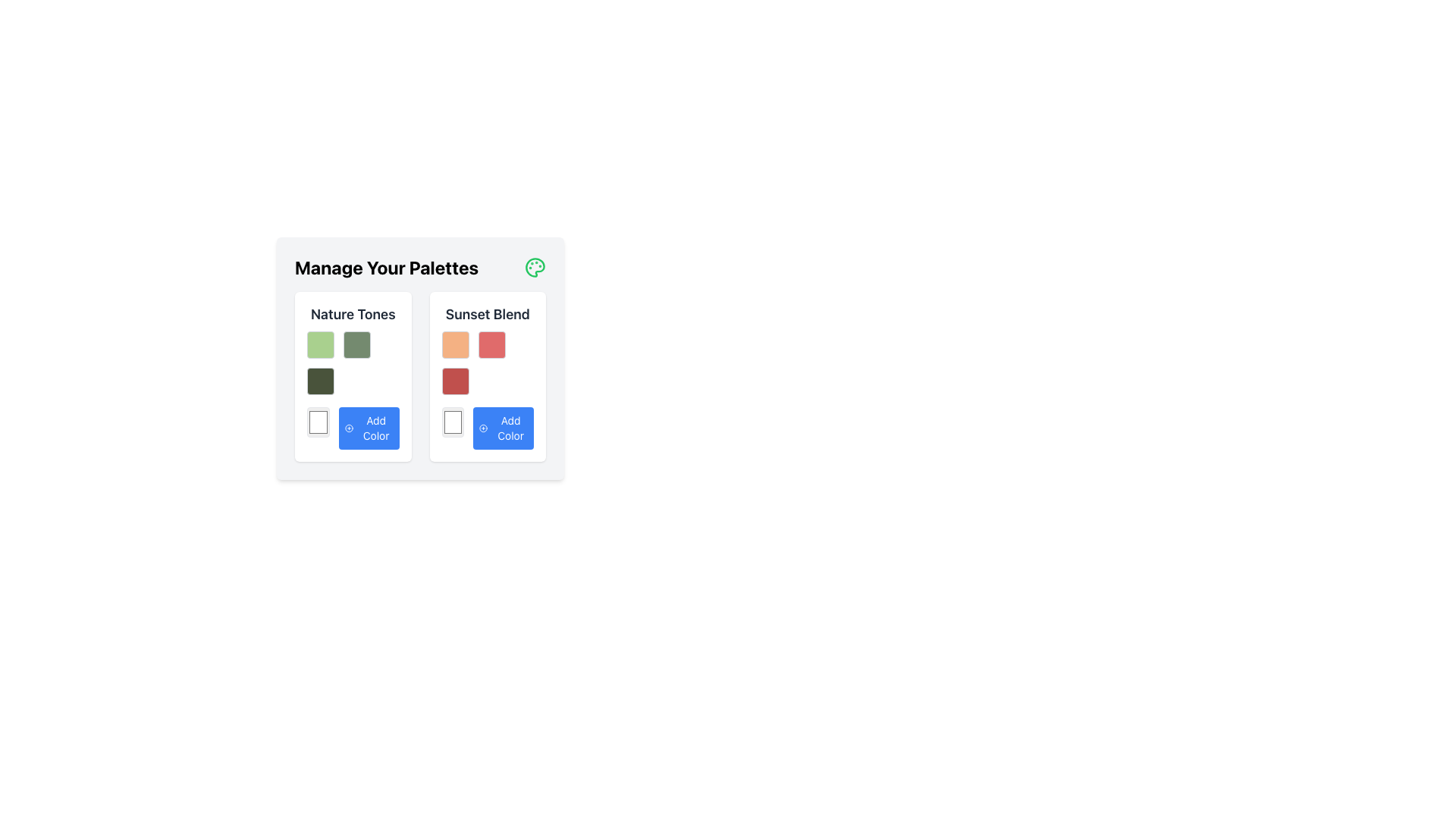  What do you see at coordinates (454, 380) in the screenshot?
I see `to select the solid red color tile, which is the third element in the vertical sequence within the 'Sunset Blend' color palette` at bounding box center [454, 380].